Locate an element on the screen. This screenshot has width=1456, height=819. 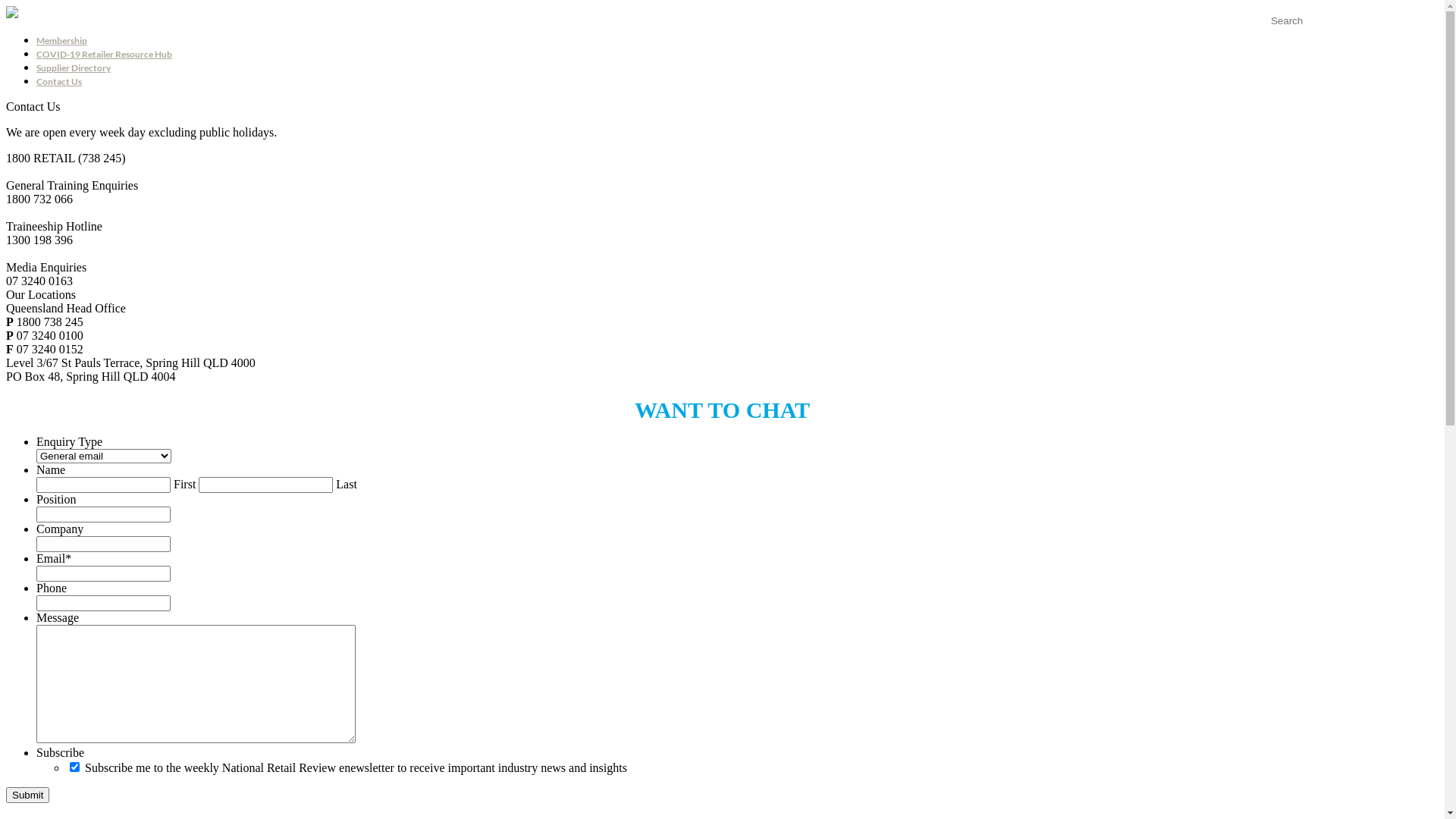
'Member Resources Portal Login' is located at coordinates (1263, 34).